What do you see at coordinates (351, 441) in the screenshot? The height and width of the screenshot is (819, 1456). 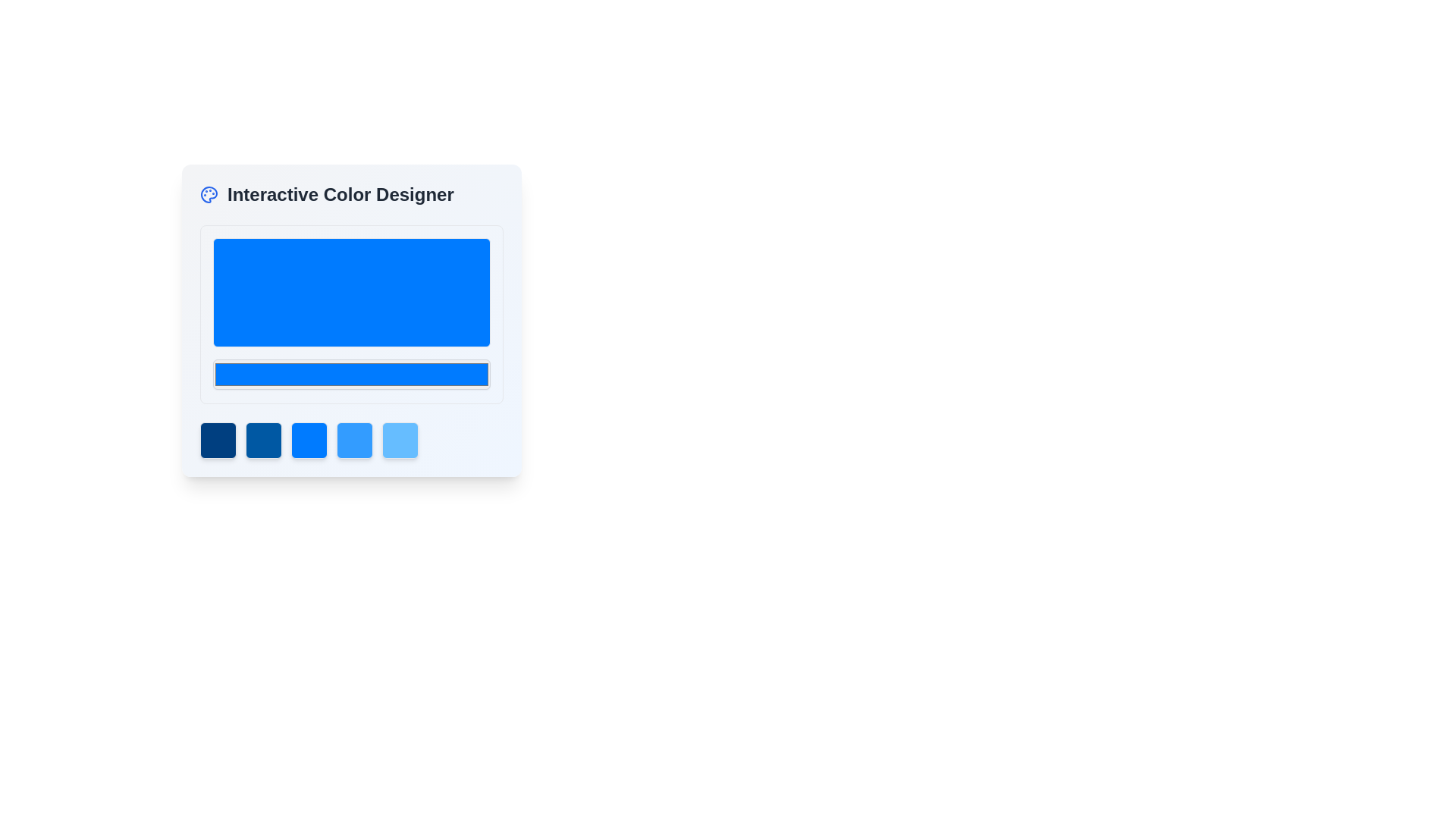 I see `the fourth square button from the left in the horizontal array of buttons, which is lighter in color, located in the 'Interactive Color Designer' section` at bounding box center [351, 441].